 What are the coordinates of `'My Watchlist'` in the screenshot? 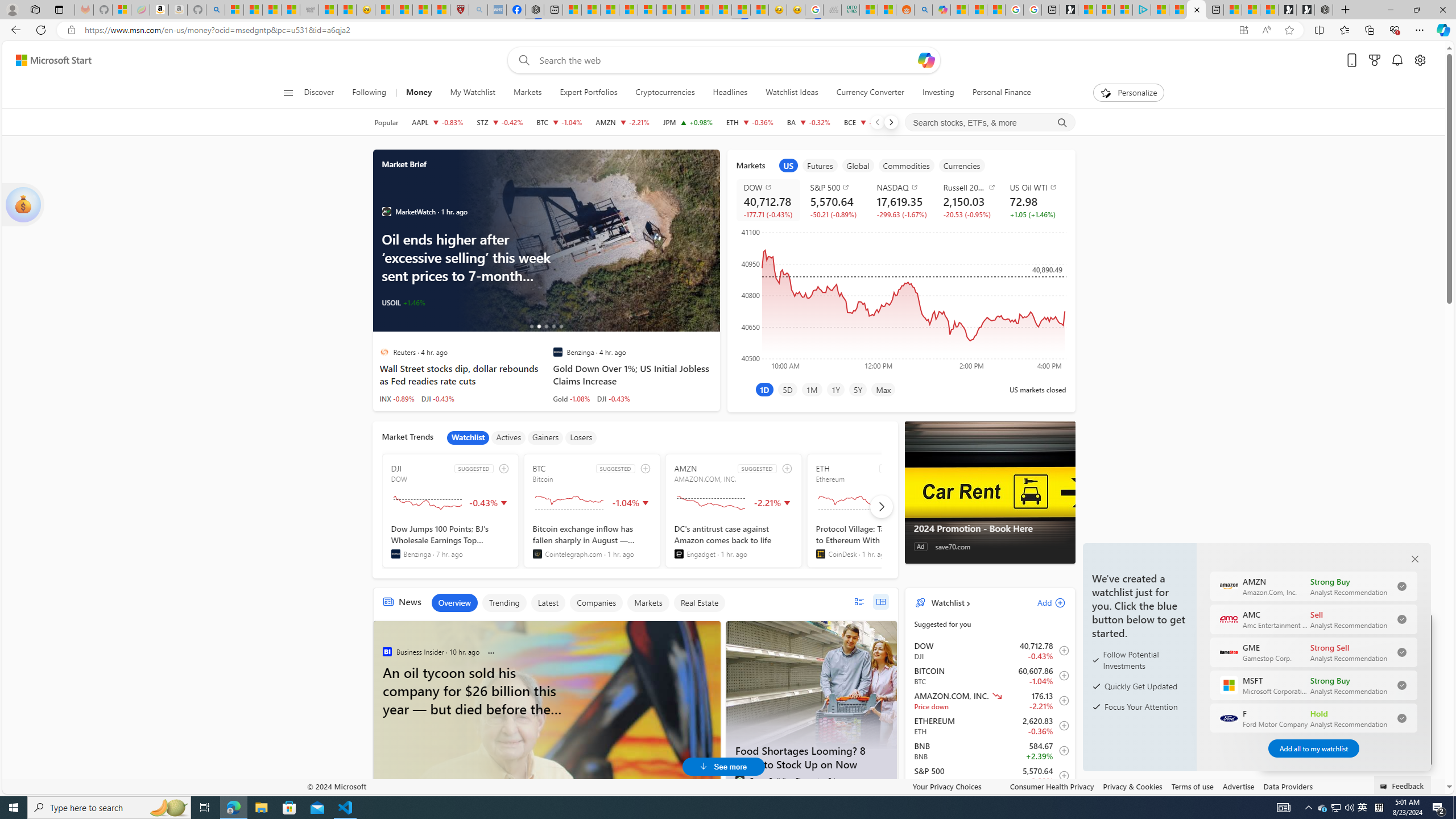 It's located at (471, 92).